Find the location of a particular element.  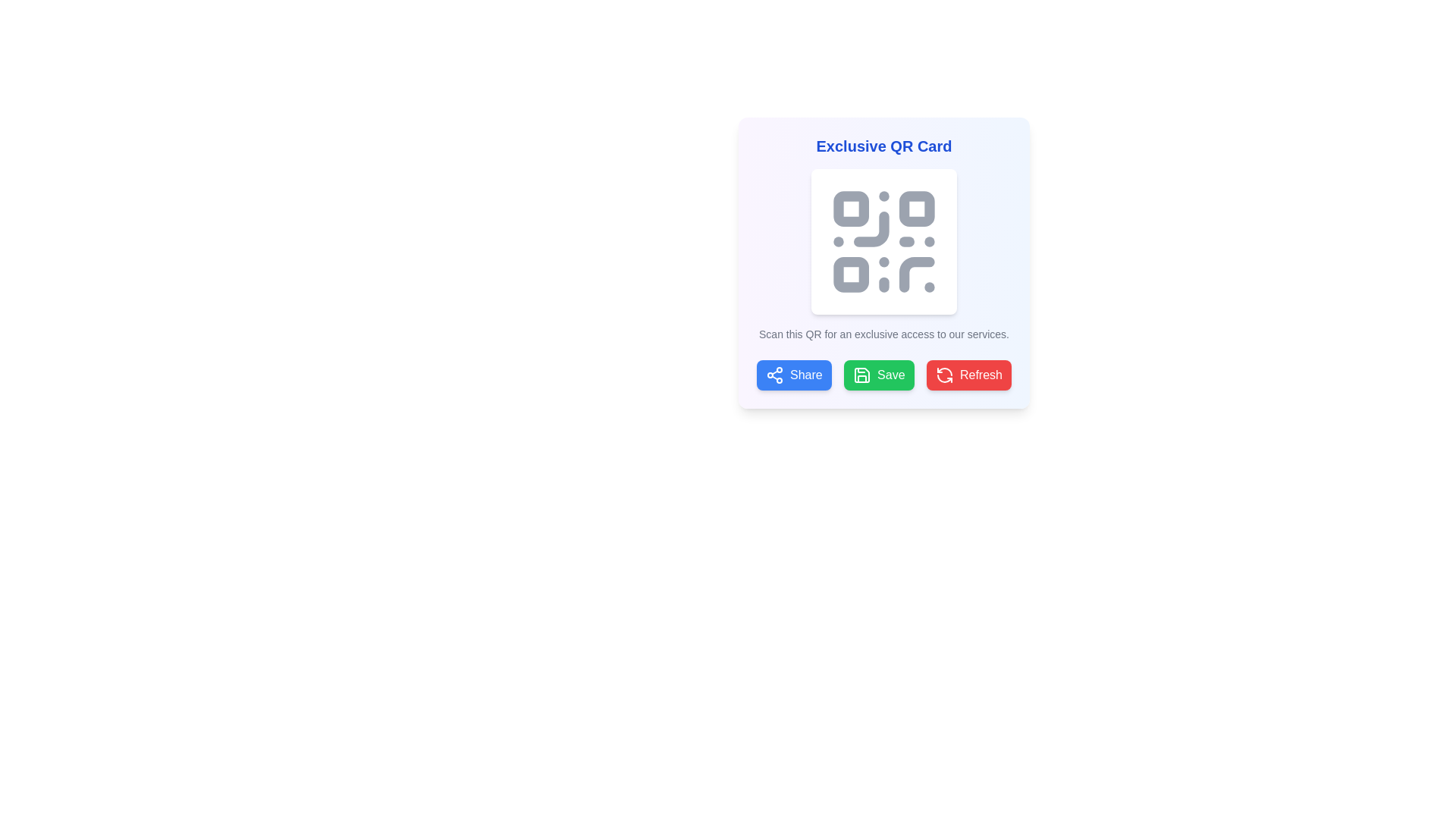

the 'Save' button located between the blue 'Share' button and the red 'Refresh' button is located at coordinates (879, 375).